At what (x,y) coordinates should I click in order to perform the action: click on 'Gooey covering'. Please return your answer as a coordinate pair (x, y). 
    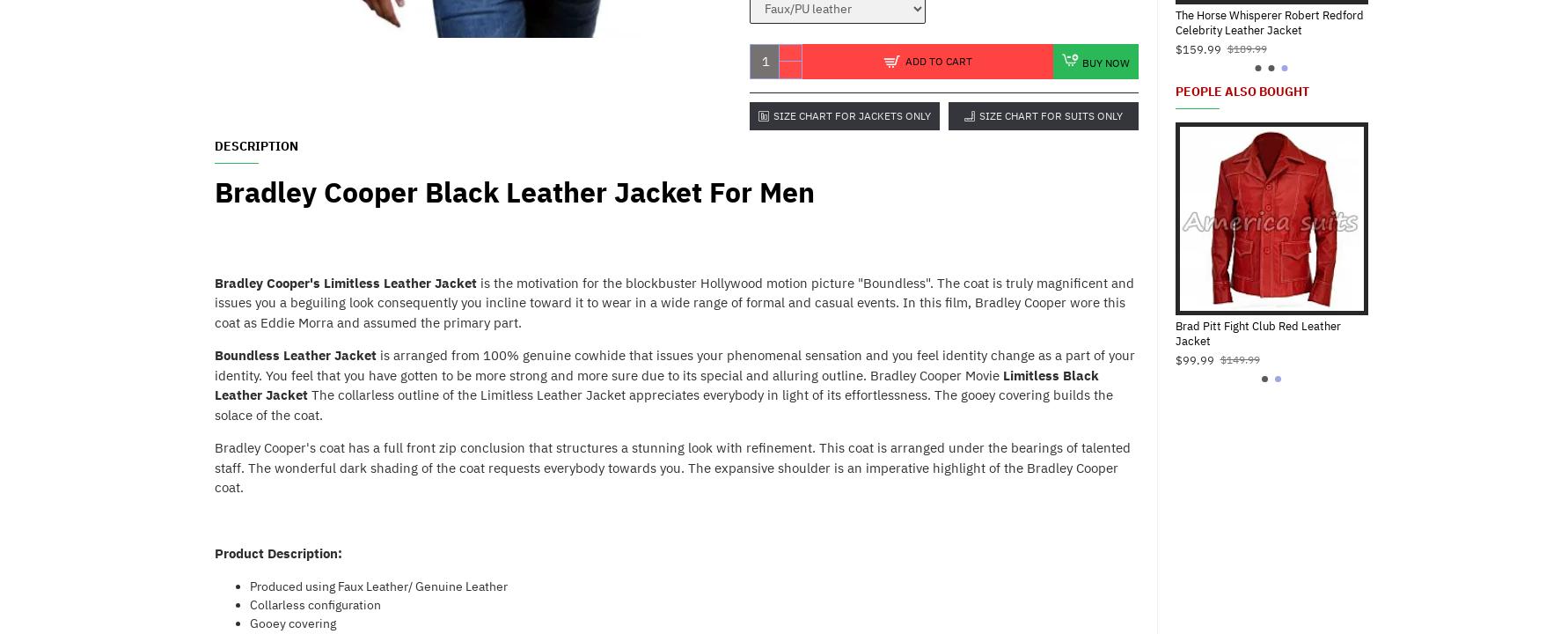
    Looking at the image, I should click on (292, 621).